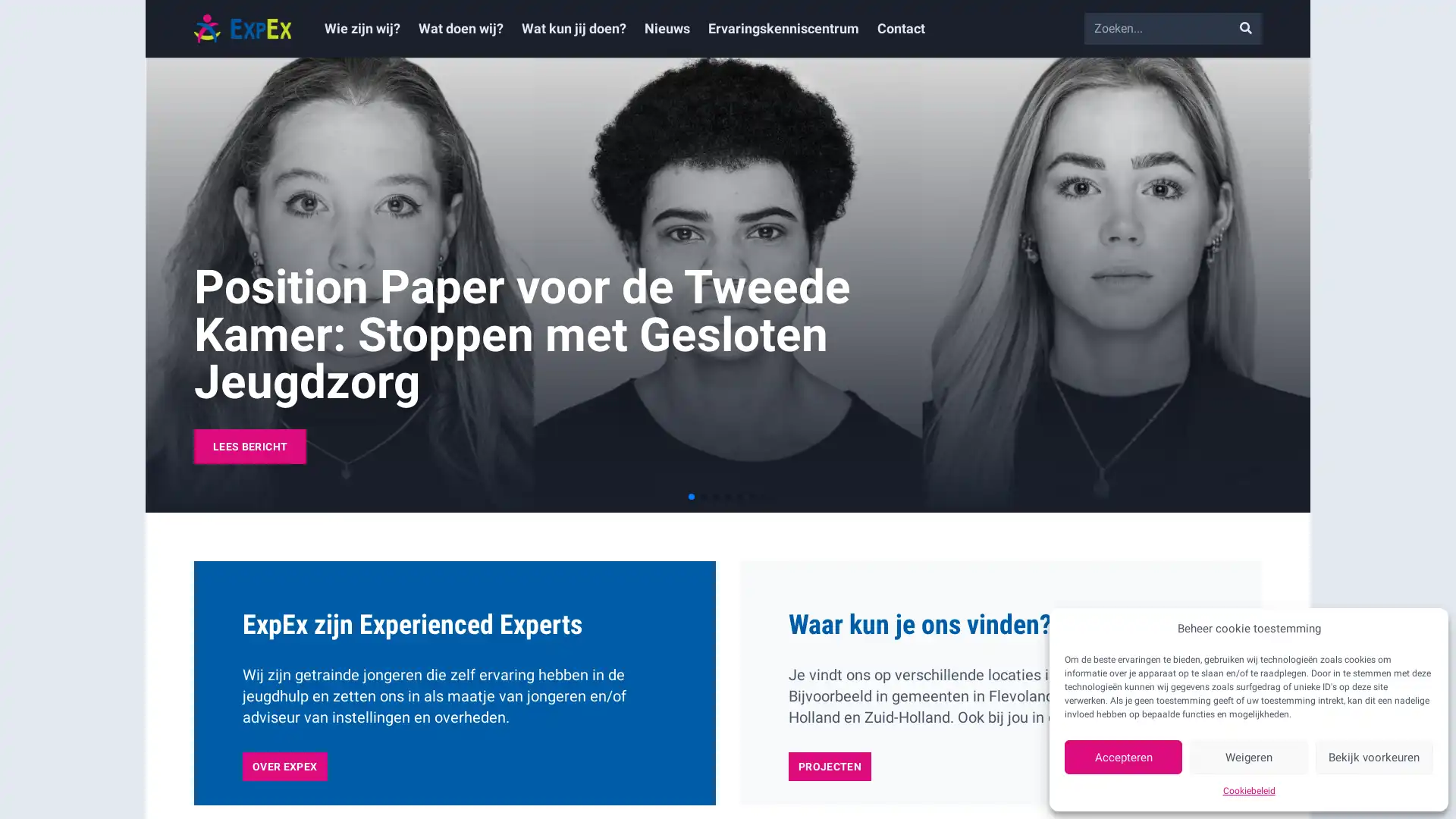 Image resolution: width=1456 pixels, height=819 pixels. What do you see at coordinates (715, 497) in the screenshot?
I see `Go to slide 3` at bounding box center [715, 497].